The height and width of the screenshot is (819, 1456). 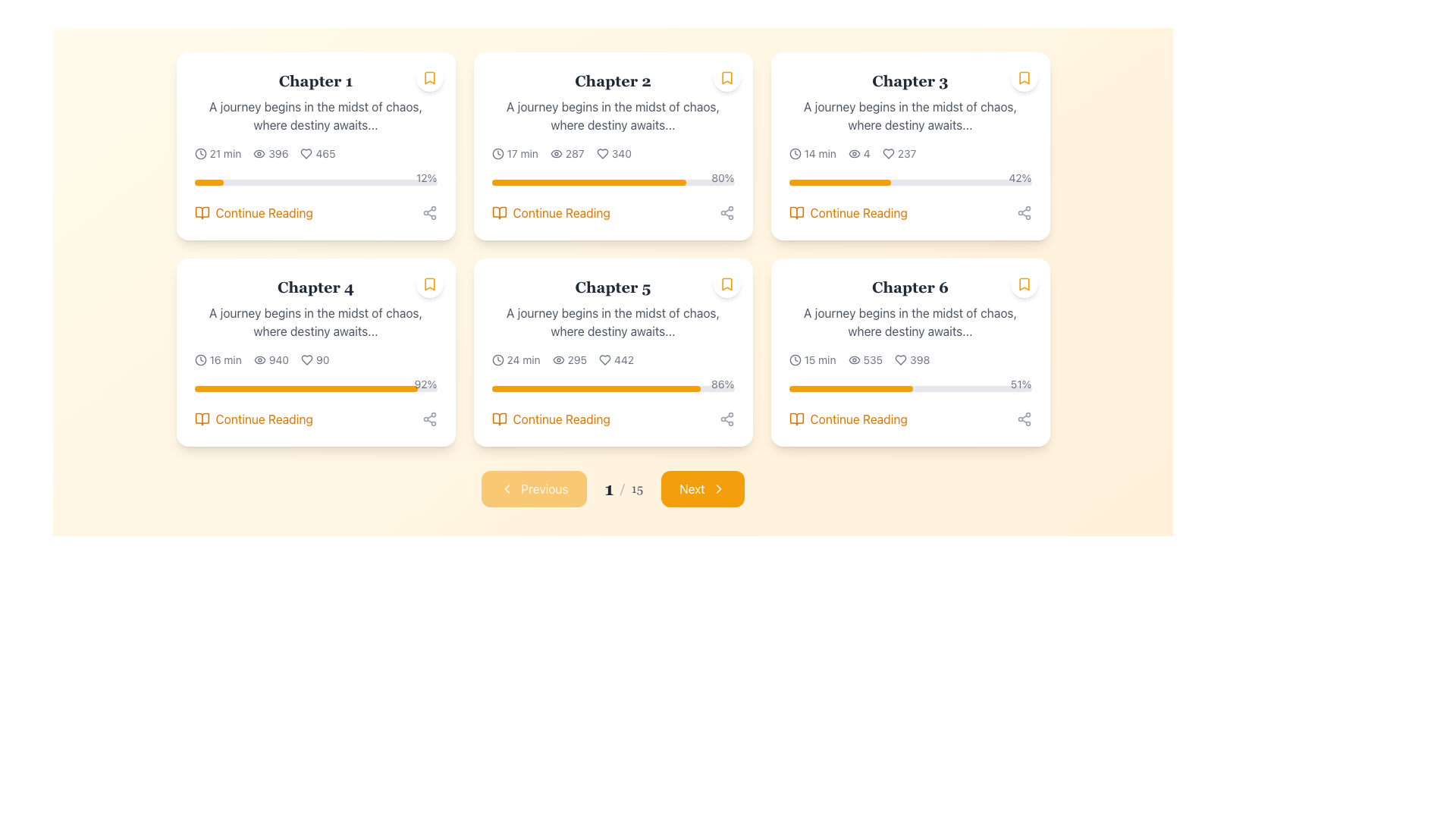 What do you see at coordinates (217, 359) in the screenshot?
I see `the text-icon combination UI component displaying the estimated time duration for 'Chapter 4', located in the bottom-left section of the second row` at bounding box center [217, 359].